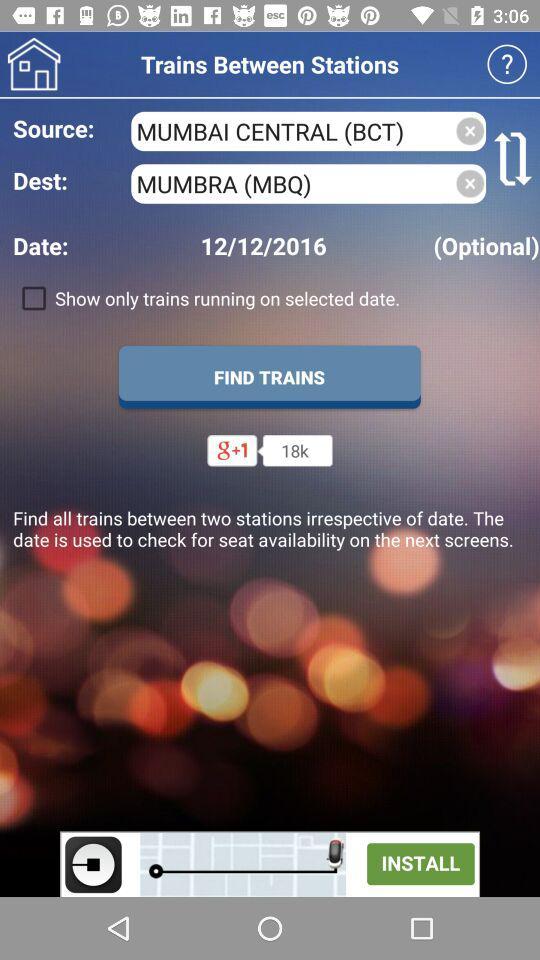 The height and width of the screenshot is (960, 540). I want to click on go home, so click(33, 64).